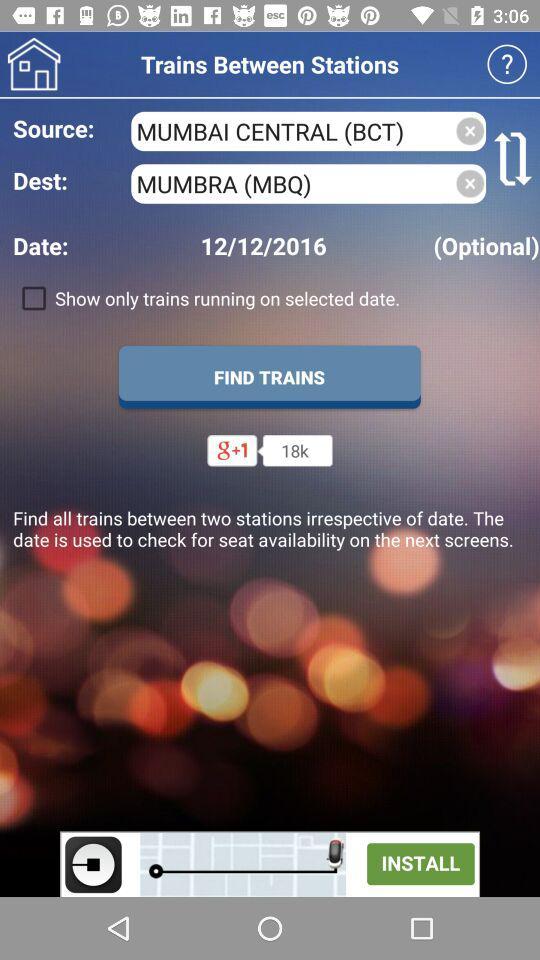 The height and width of the screenshot is (960, 540). I want to click on go home, so click(33, 64).